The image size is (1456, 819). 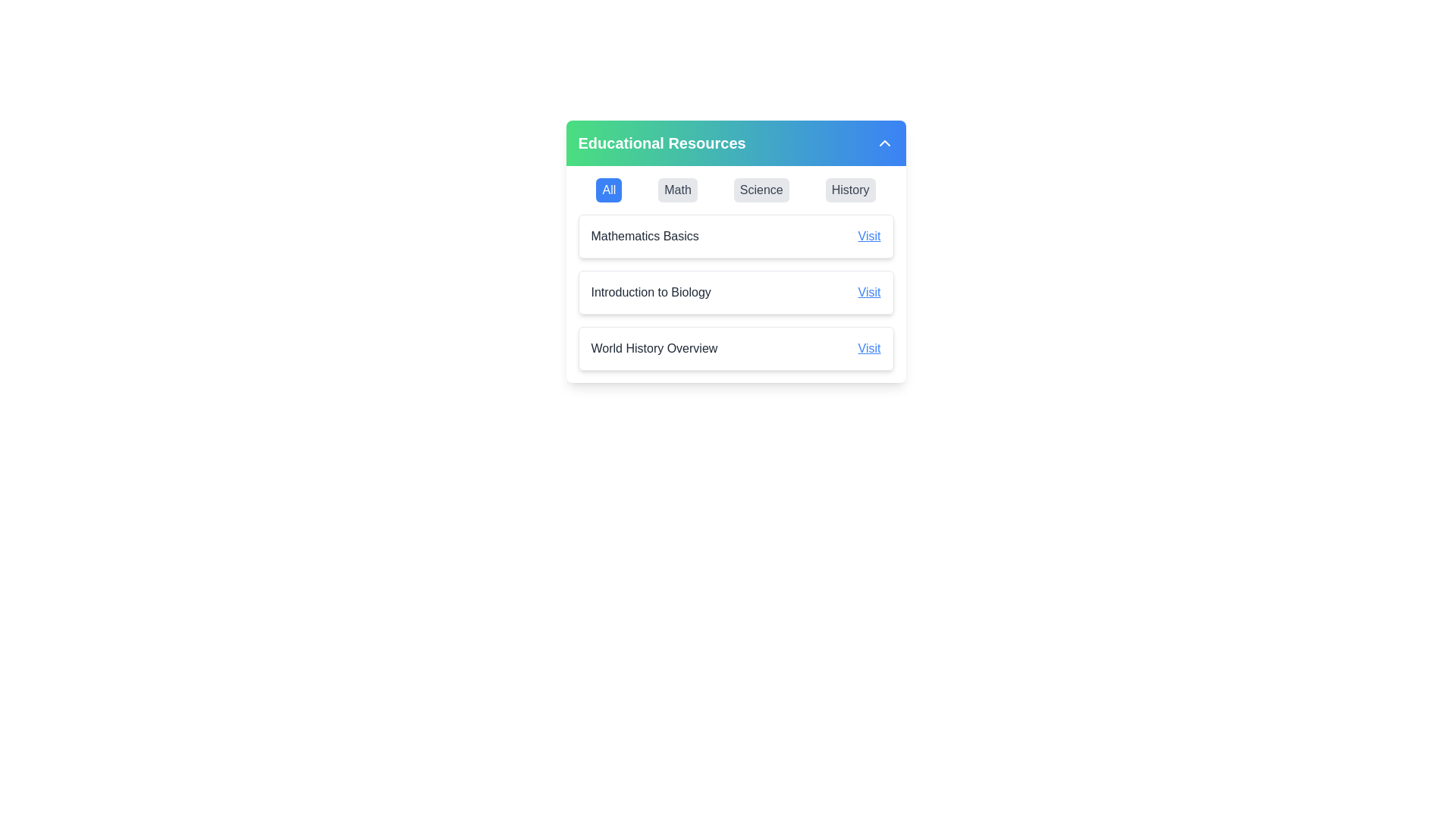 I want to click on static text label displaying 'Mathematics Basics' located in the first row of resources under 'Educational Resources', so click(x=645, y=237).